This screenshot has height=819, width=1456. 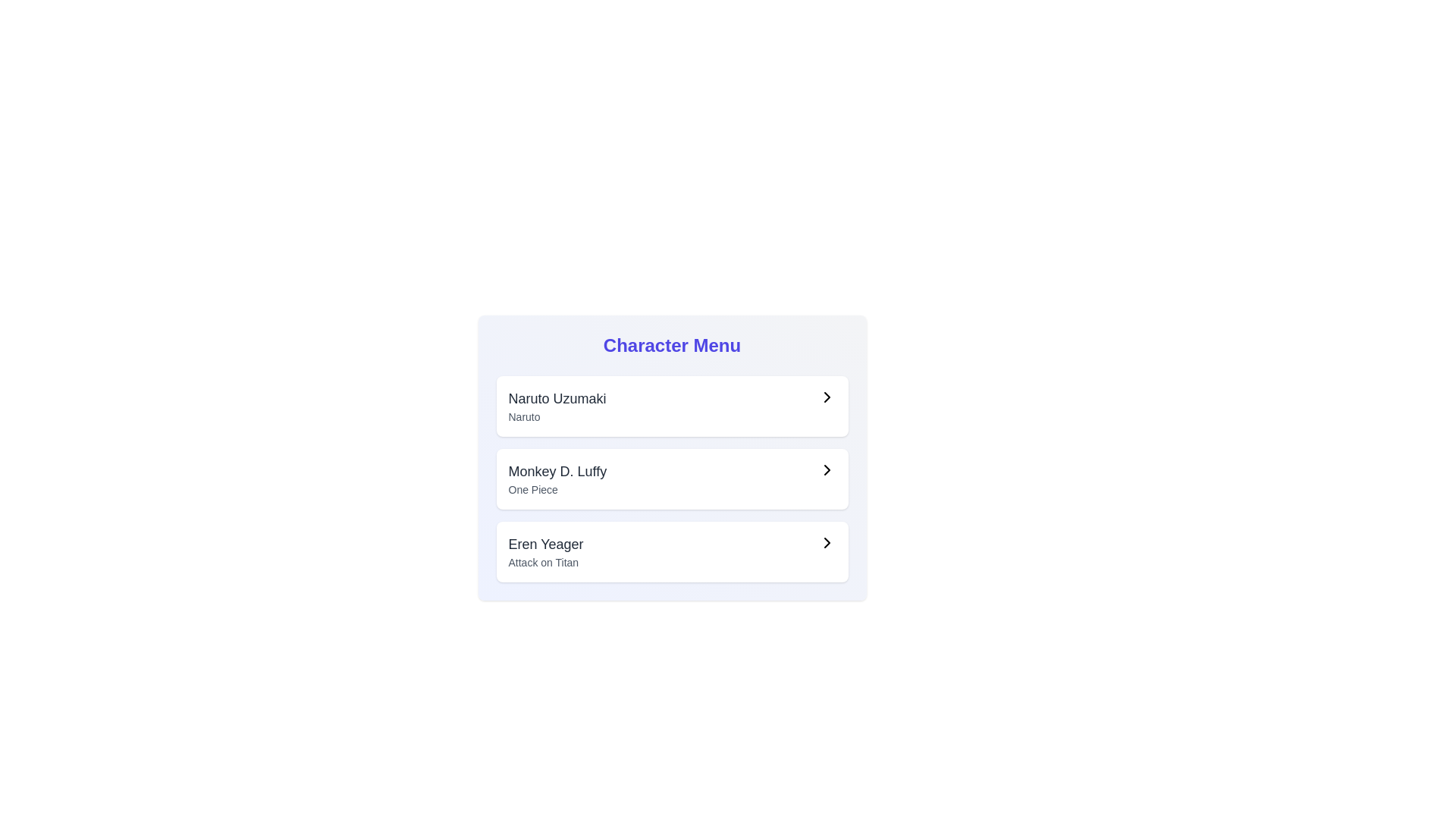 What do you see at coordinates (671, 479) in the screenshot?
I see `the navigational button for 'Monkey D. Luffy' located in the Character Menu, which is the second entry in the list` at bounding box center [671, 479].